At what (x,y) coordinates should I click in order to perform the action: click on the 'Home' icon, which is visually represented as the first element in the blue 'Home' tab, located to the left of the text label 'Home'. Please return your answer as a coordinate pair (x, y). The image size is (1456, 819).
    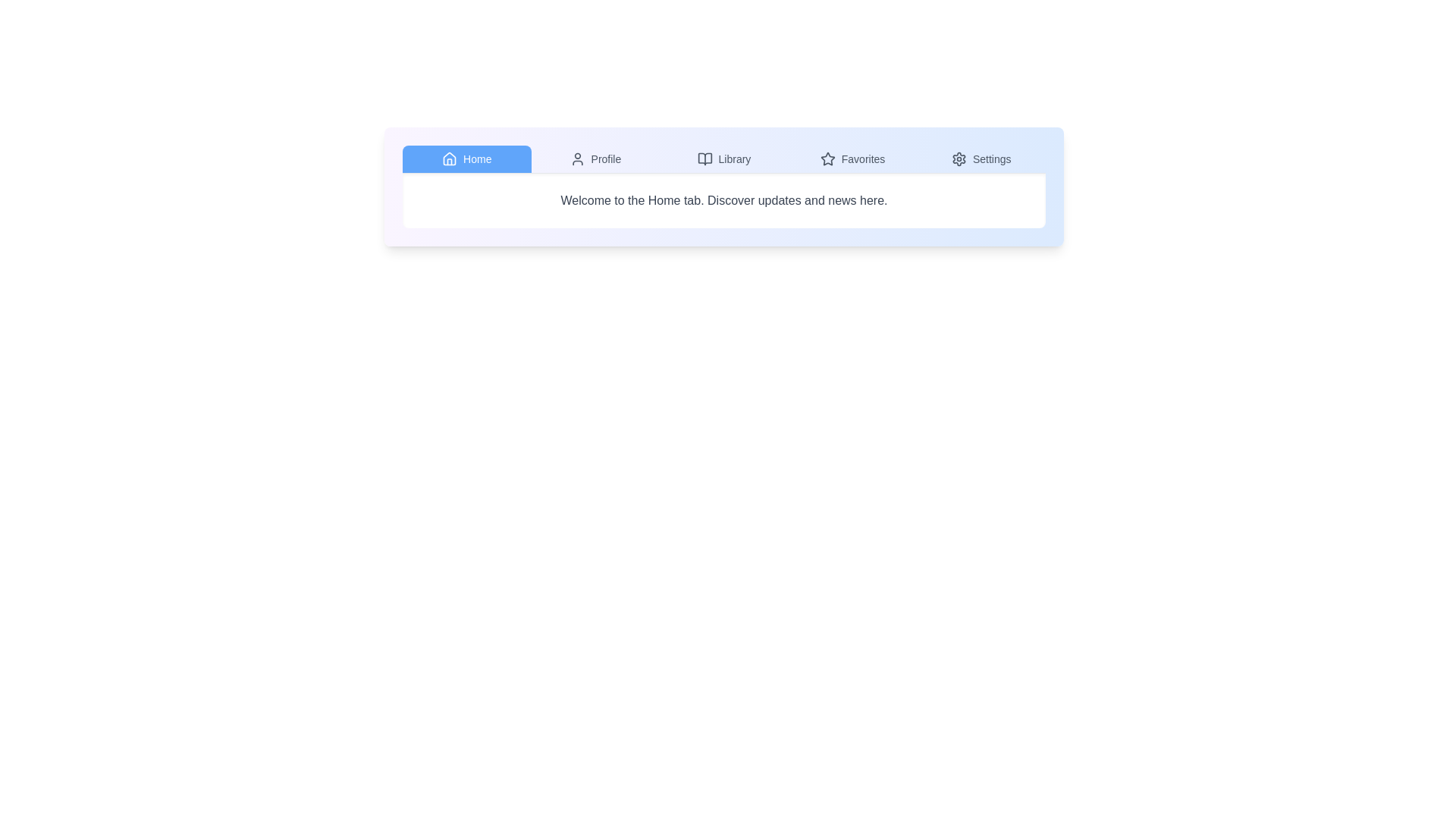
    Looking at the image, I should click on (449, 158).